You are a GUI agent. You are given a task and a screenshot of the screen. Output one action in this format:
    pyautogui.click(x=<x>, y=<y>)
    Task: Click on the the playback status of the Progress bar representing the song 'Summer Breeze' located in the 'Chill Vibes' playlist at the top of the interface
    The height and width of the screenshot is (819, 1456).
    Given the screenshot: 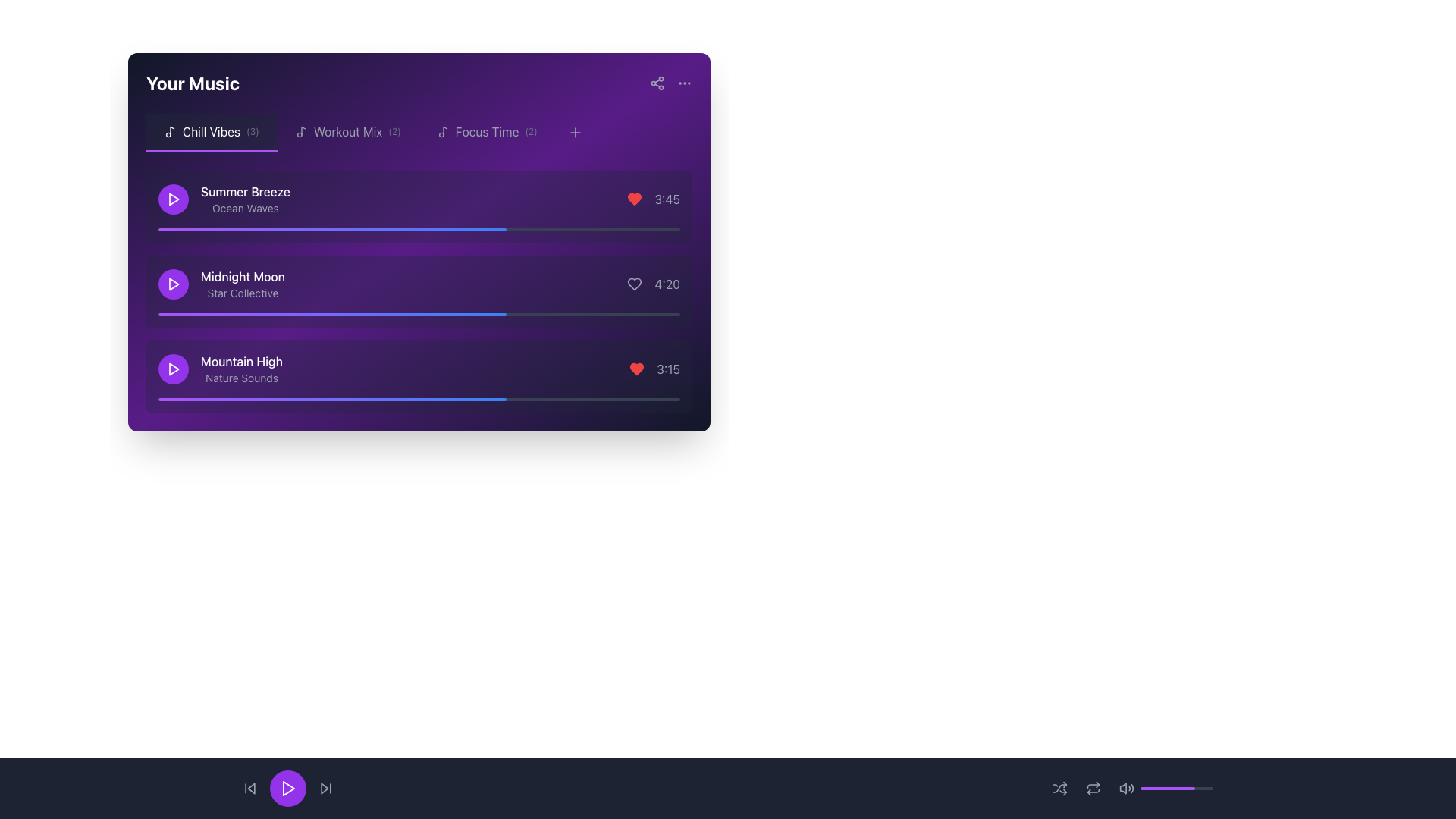 What is the action you would take?
    pyautogui.click(x=331, y=230)
    